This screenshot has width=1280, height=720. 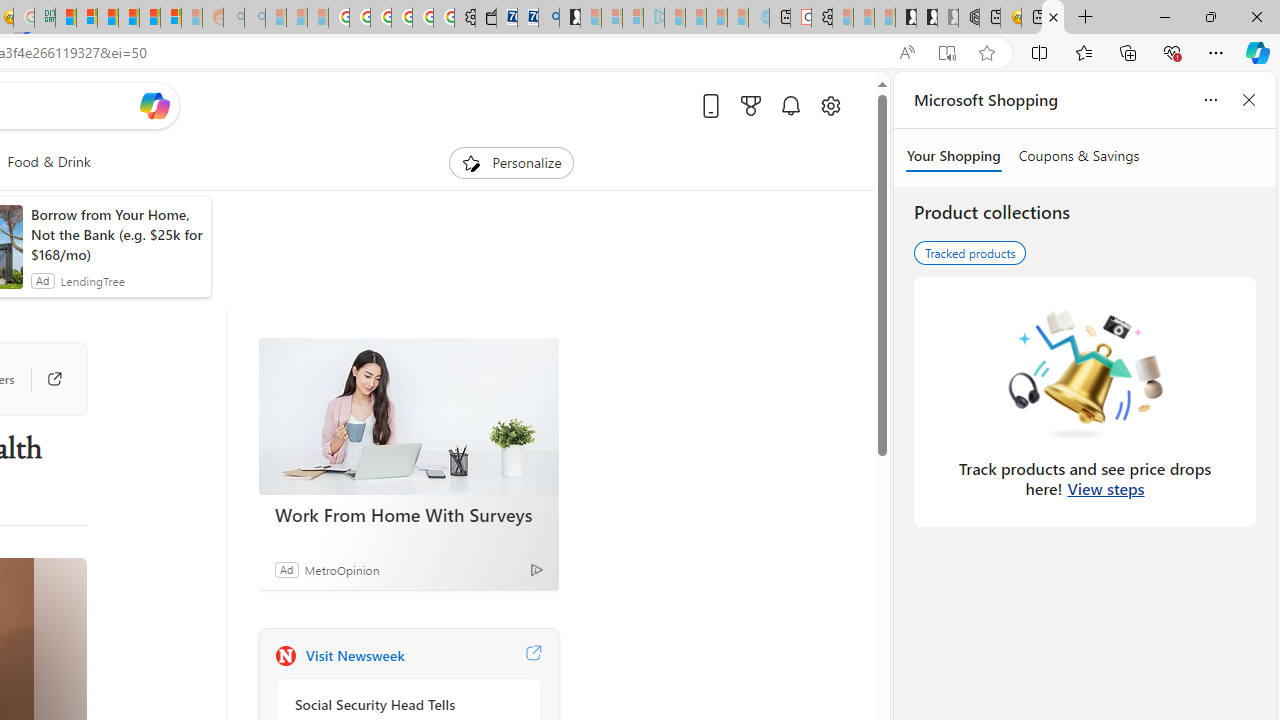 What do you see at coordinates (253, 17) in the screenshot?
I see `'Utah sues federal government - Search - Sleeping'` at bounding box center [253, 17].